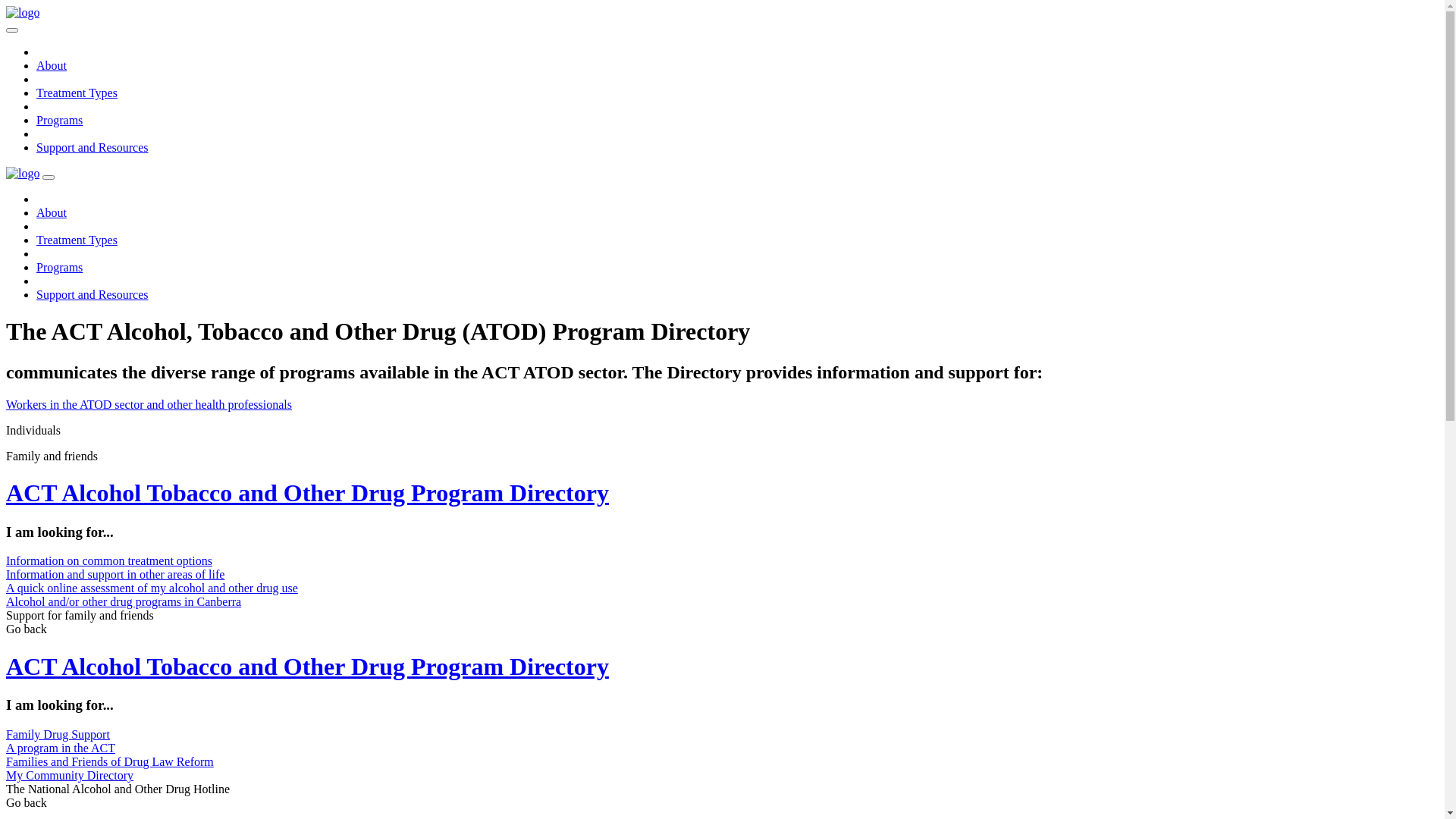 The height and width of the screenshot is (819, 1456). Describe the element at coordinates (36, 212) in the screenshot. I see `'About'` at that location.